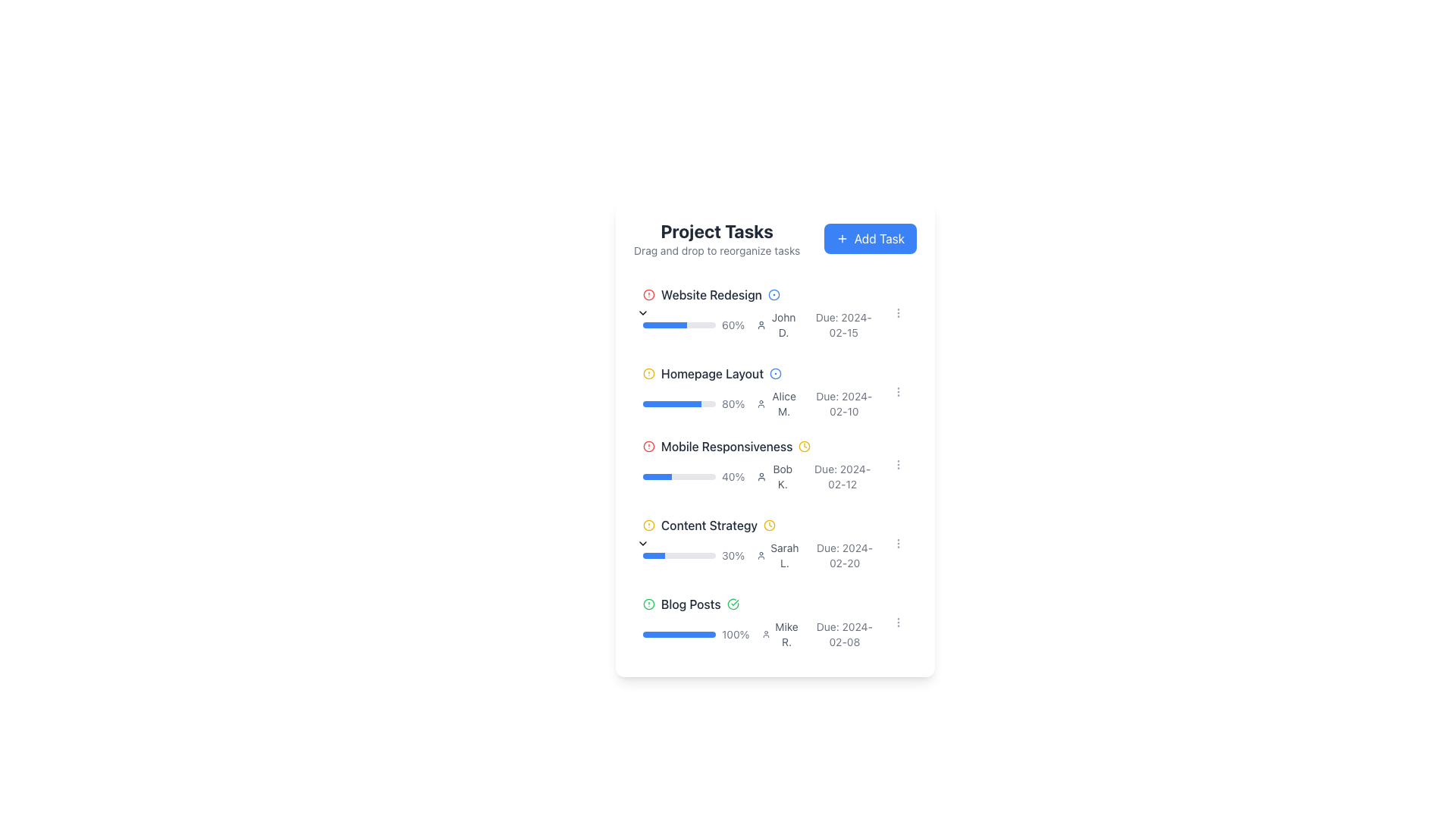  Describe the element at coordinates (760, 635) in the screenshot. I see `the informational display showing task progress and metadata located at the bottom of the 'Blog Posts' section in the task list interface` at that location.